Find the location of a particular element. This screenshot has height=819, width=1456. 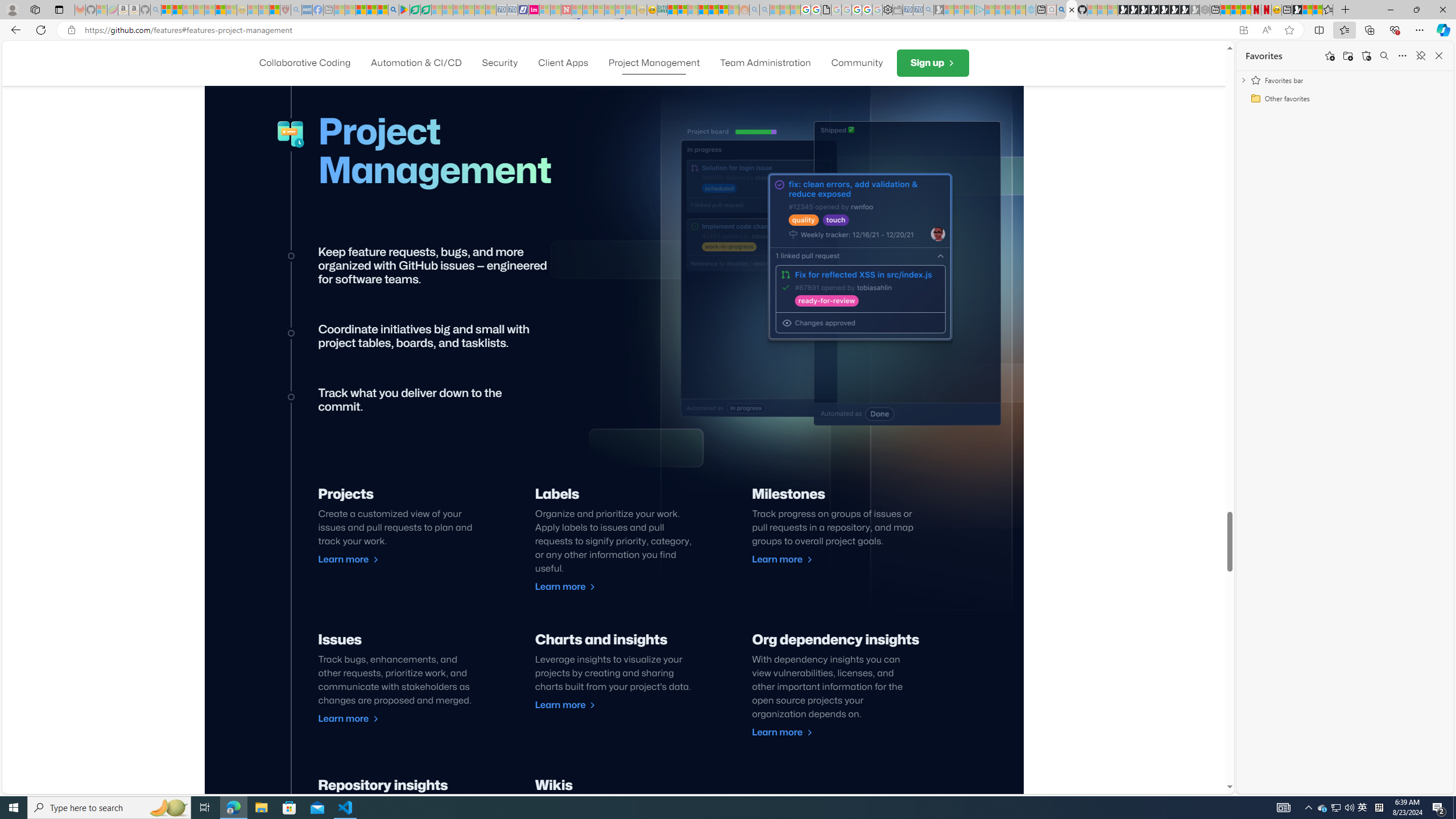

'google_privacy_policy_zh-CN.pdf' is located at coordinates (825, 9).